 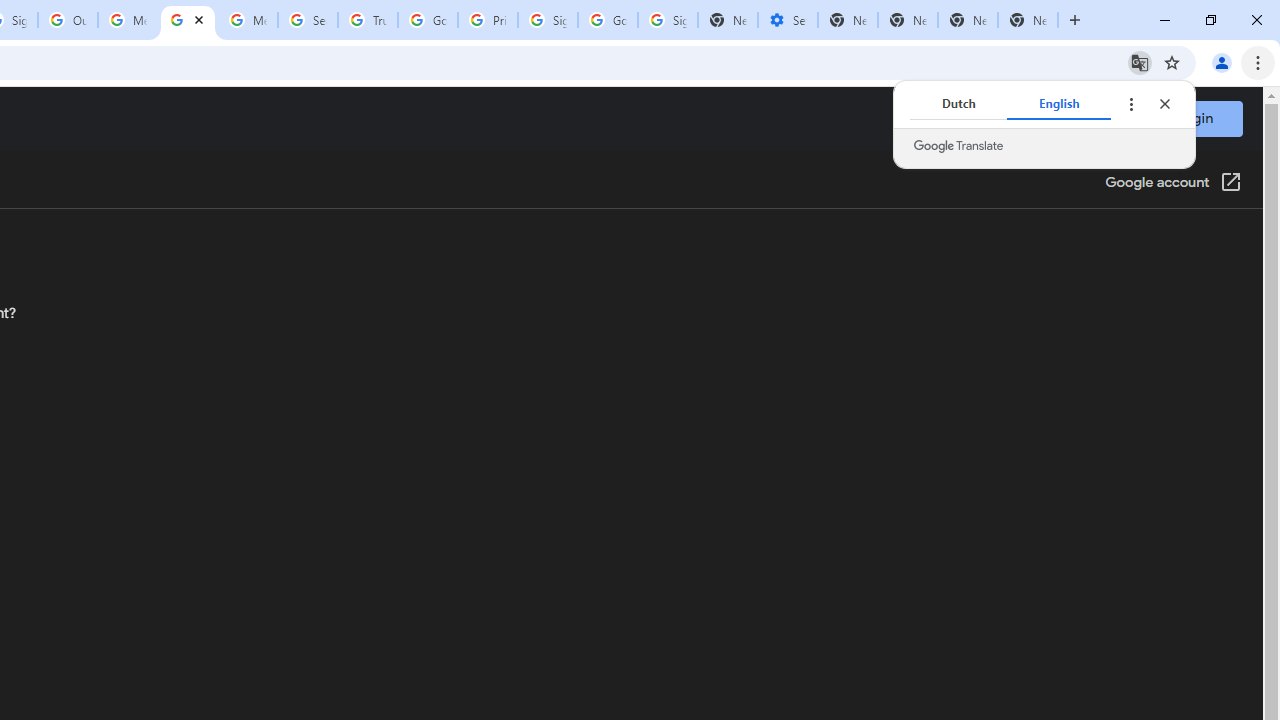 What do you see at coordinates (427, 20) in the screenshot?
I see `'Google Ads - Sign in'` at bounding box center [427, 20].